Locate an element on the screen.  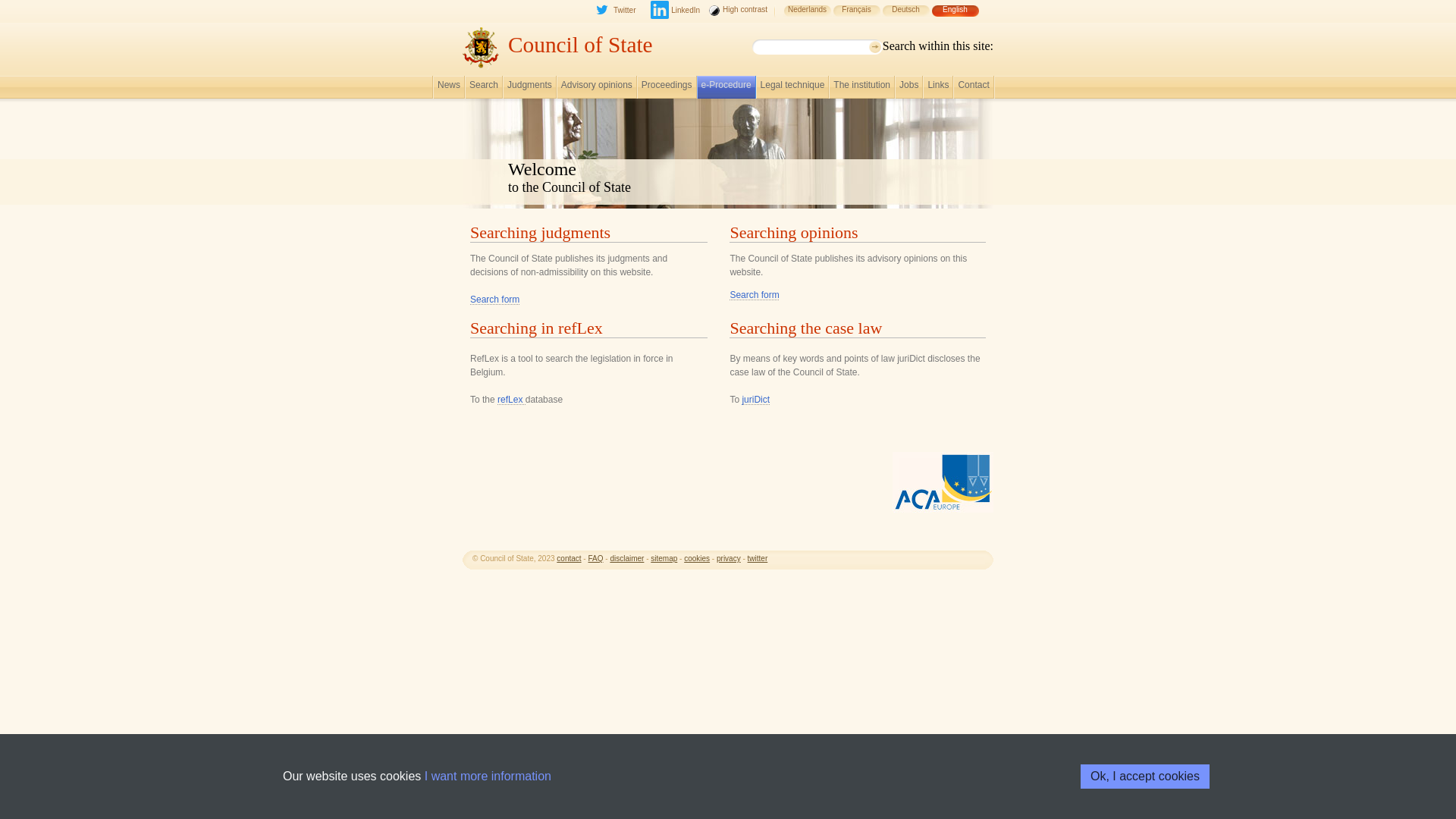
'twitter' is located at coordinates (758, 558).